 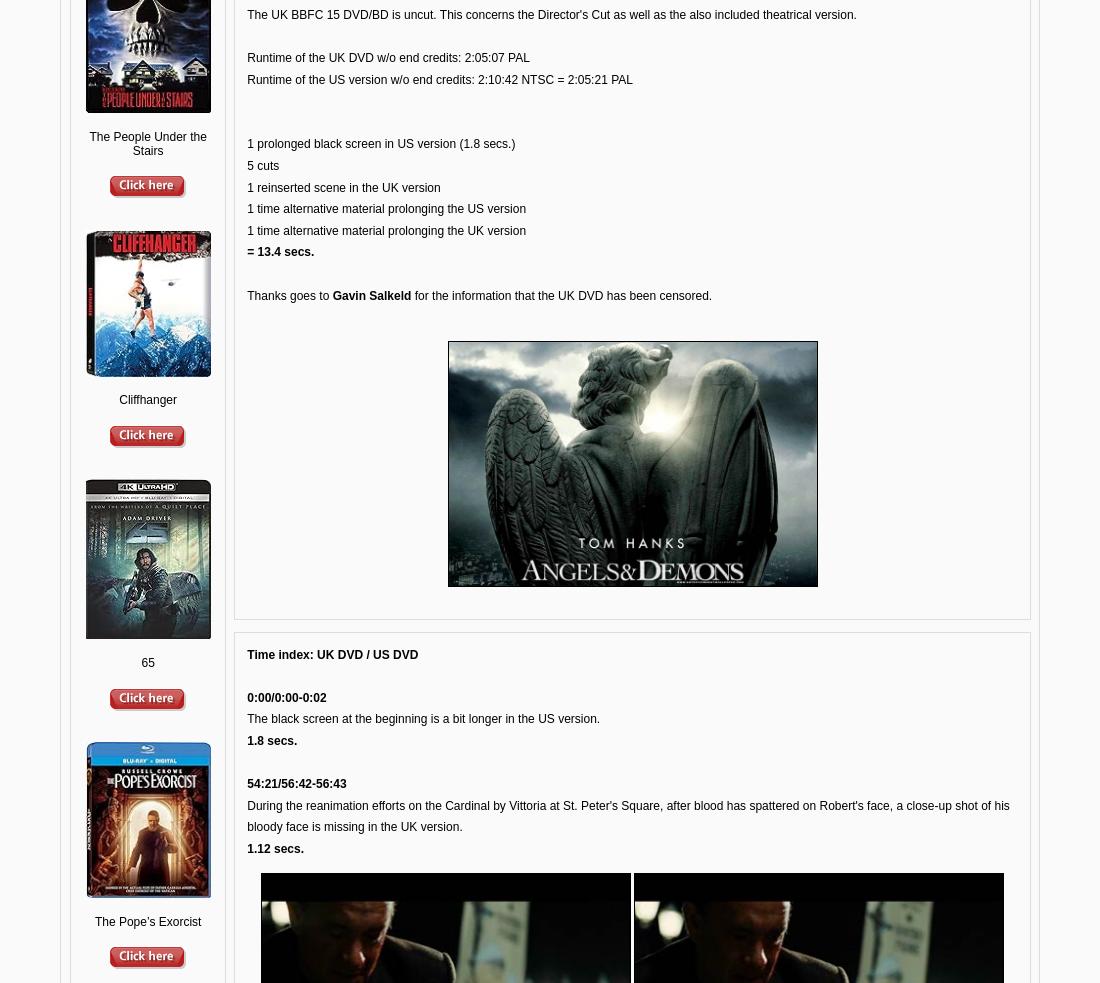 What do you see at coordinates (246, 56) in the screenshot?
I see `'Runtime of the UK DVD w/o end credits: 2:05:07 PAL'` at bounding box center [246, 56].